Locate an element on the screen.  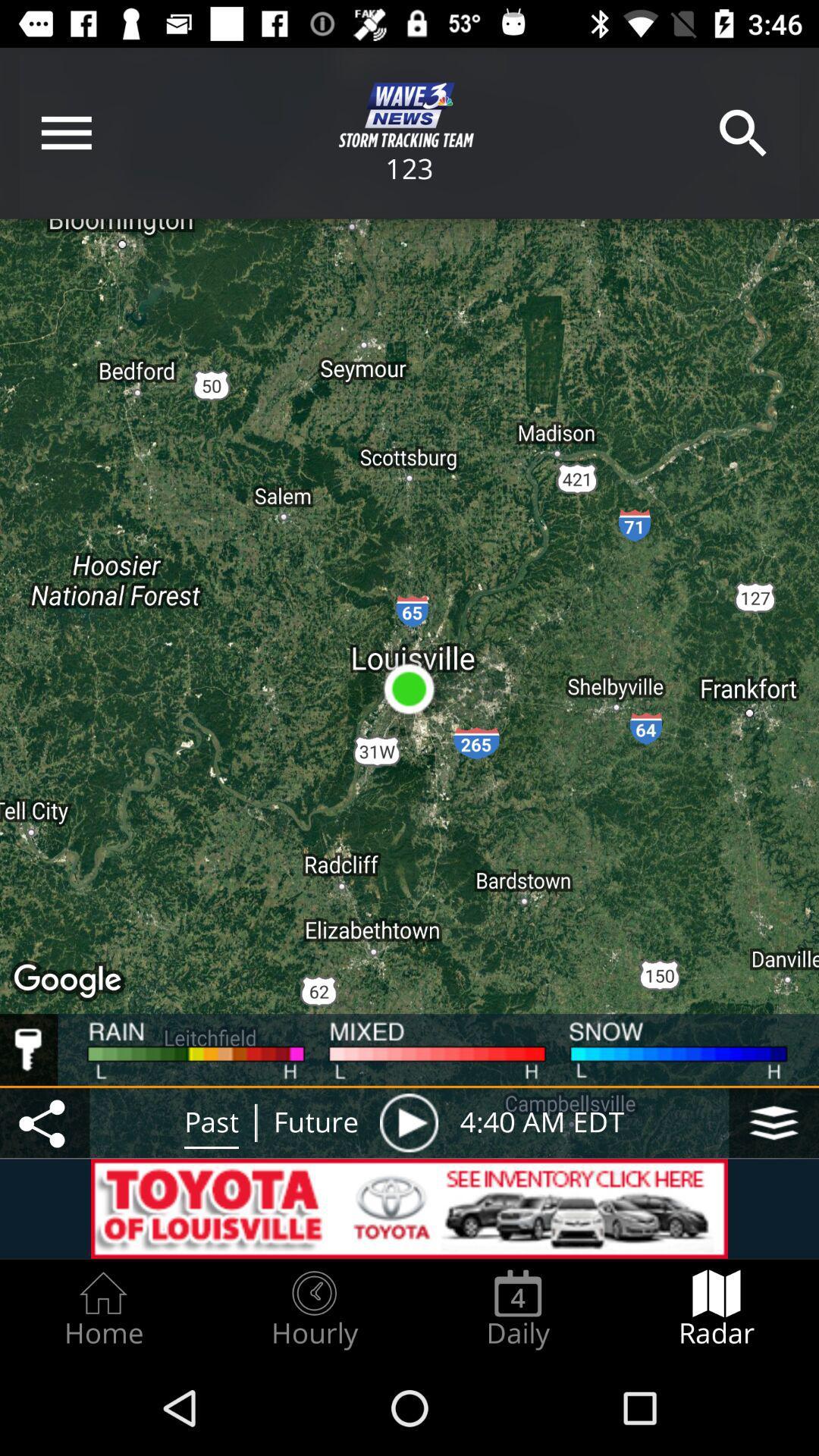
the radio button next to the hourly item is located at coordinates (517, 1309).